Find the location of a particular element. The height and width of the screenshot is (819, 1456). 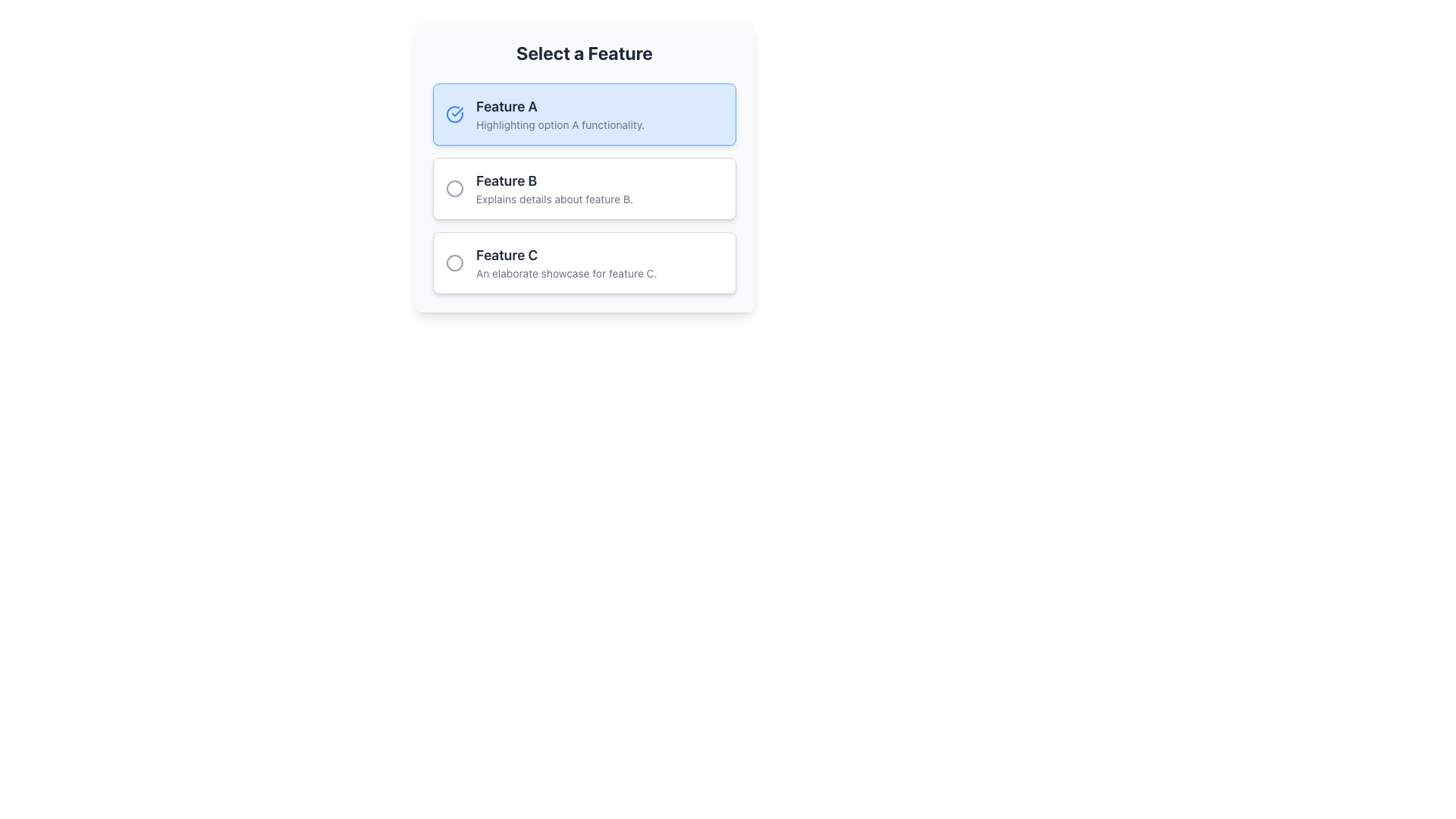

the 'Feature B' radio button option is located at coordinates (584, 188).